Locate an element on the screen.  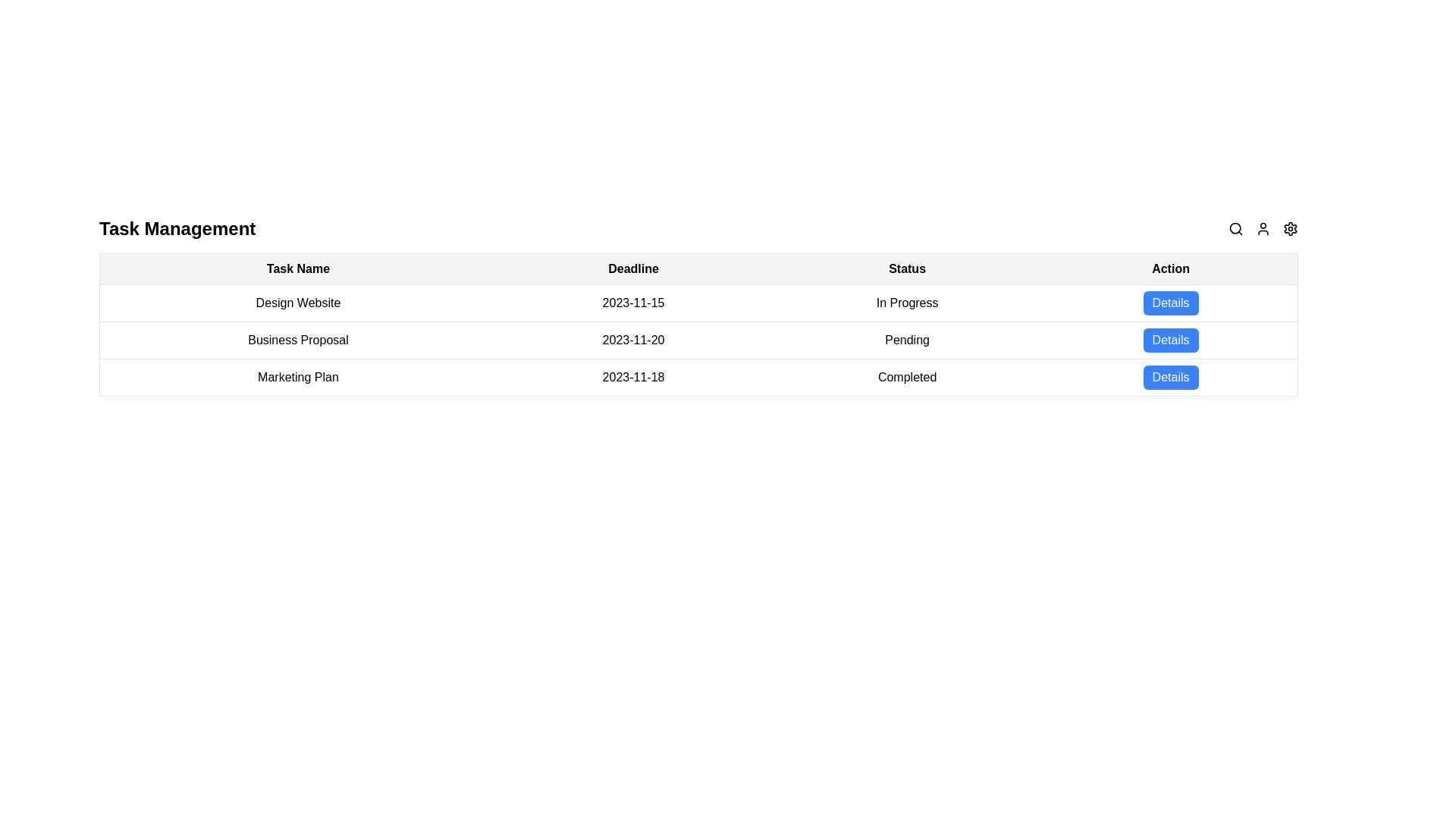
the Text label that displays the status of a task as 'Completed', located in the third row of the table under the 'Status' column, horizontally aligned with '2023-11-18' and 'Details' is located at coordinates (907, 376).